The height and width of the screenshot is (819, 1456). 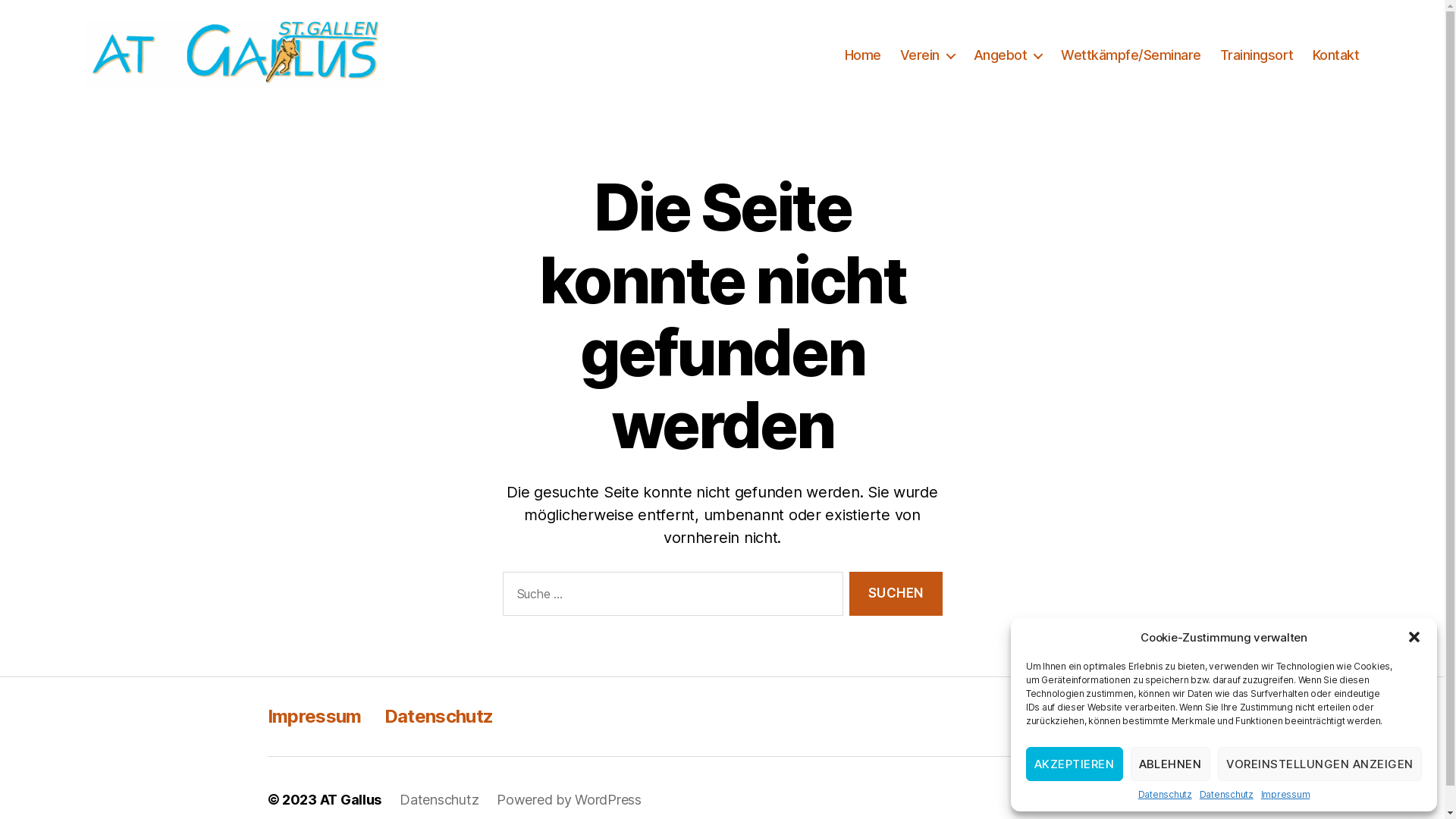 What do you see at coordinates (1319, 764) in the screenshot?
I see `'VOREINSTELLUNGEN ANZEIGEN'` at bounding box center [1319, 764].